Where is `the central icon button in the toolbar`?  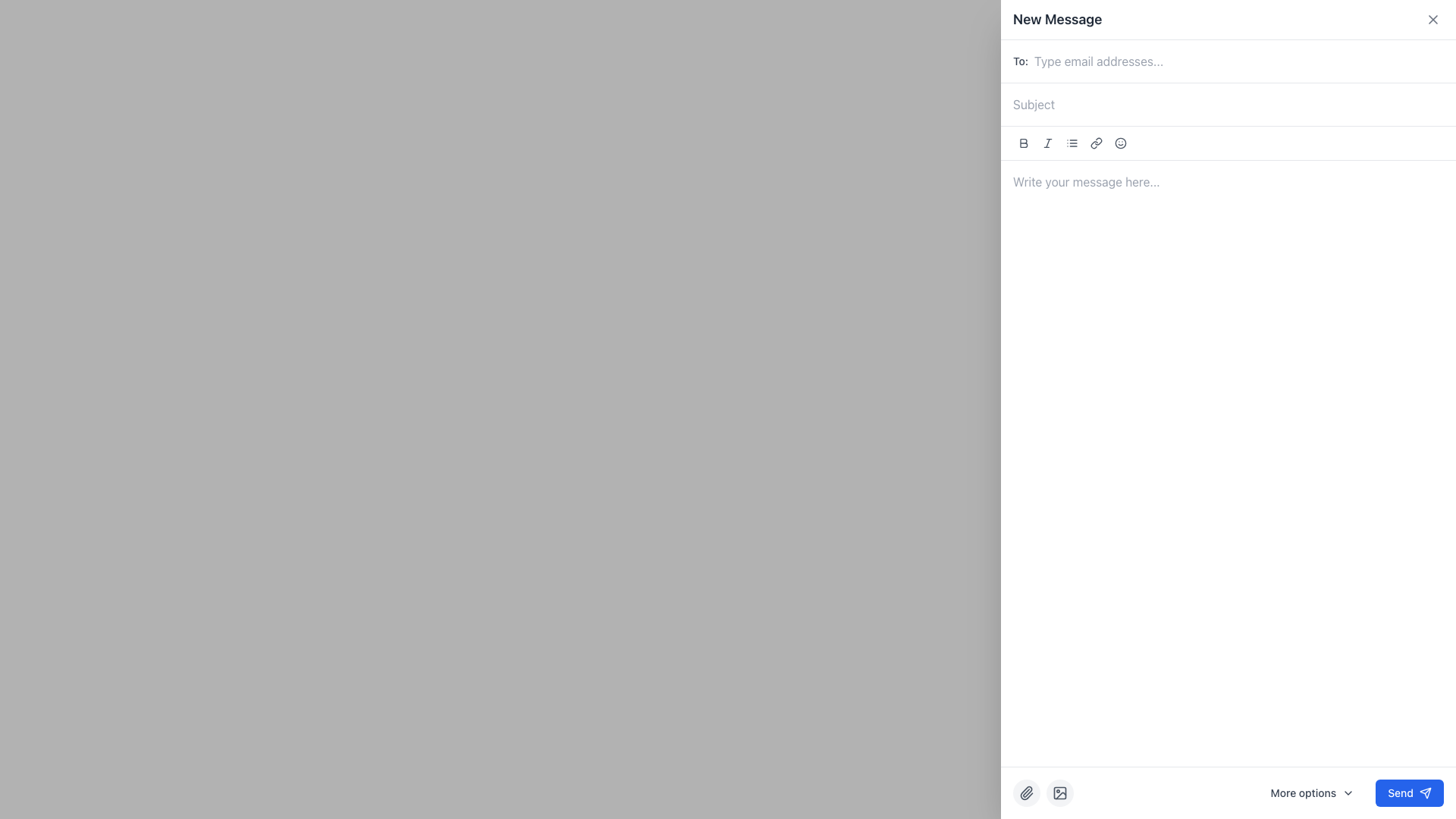
the central icon button in the toolbar is located at coordinates (1023, 143).